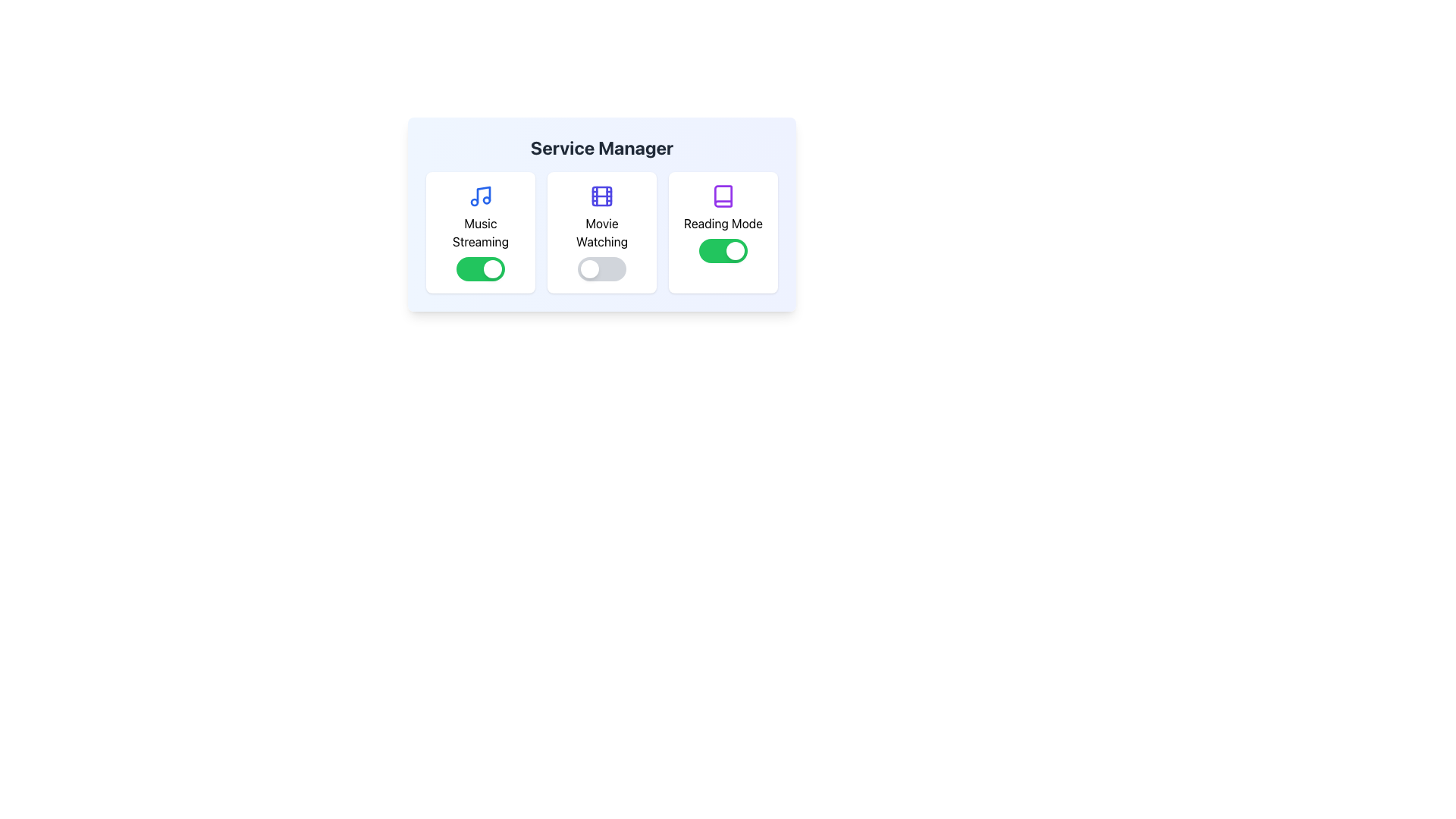 The height and width of the screenshot is (819, 1456). I want to click on the circular Toggle Button Knob, which is white and positioned inside a green toggle switch, so click(735, 250).